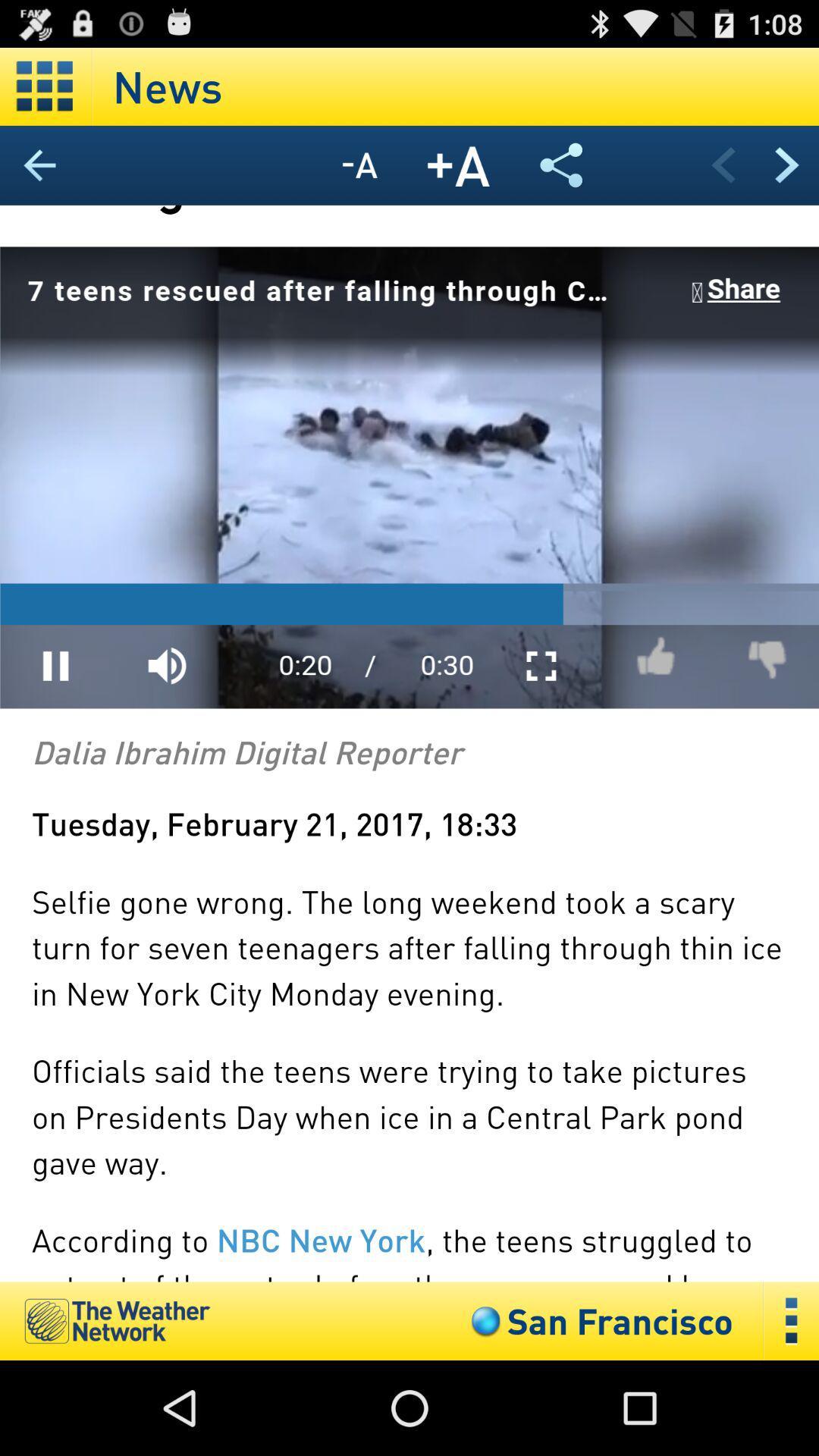  I want to click on the left arrow at the top left, so click(39, 165).